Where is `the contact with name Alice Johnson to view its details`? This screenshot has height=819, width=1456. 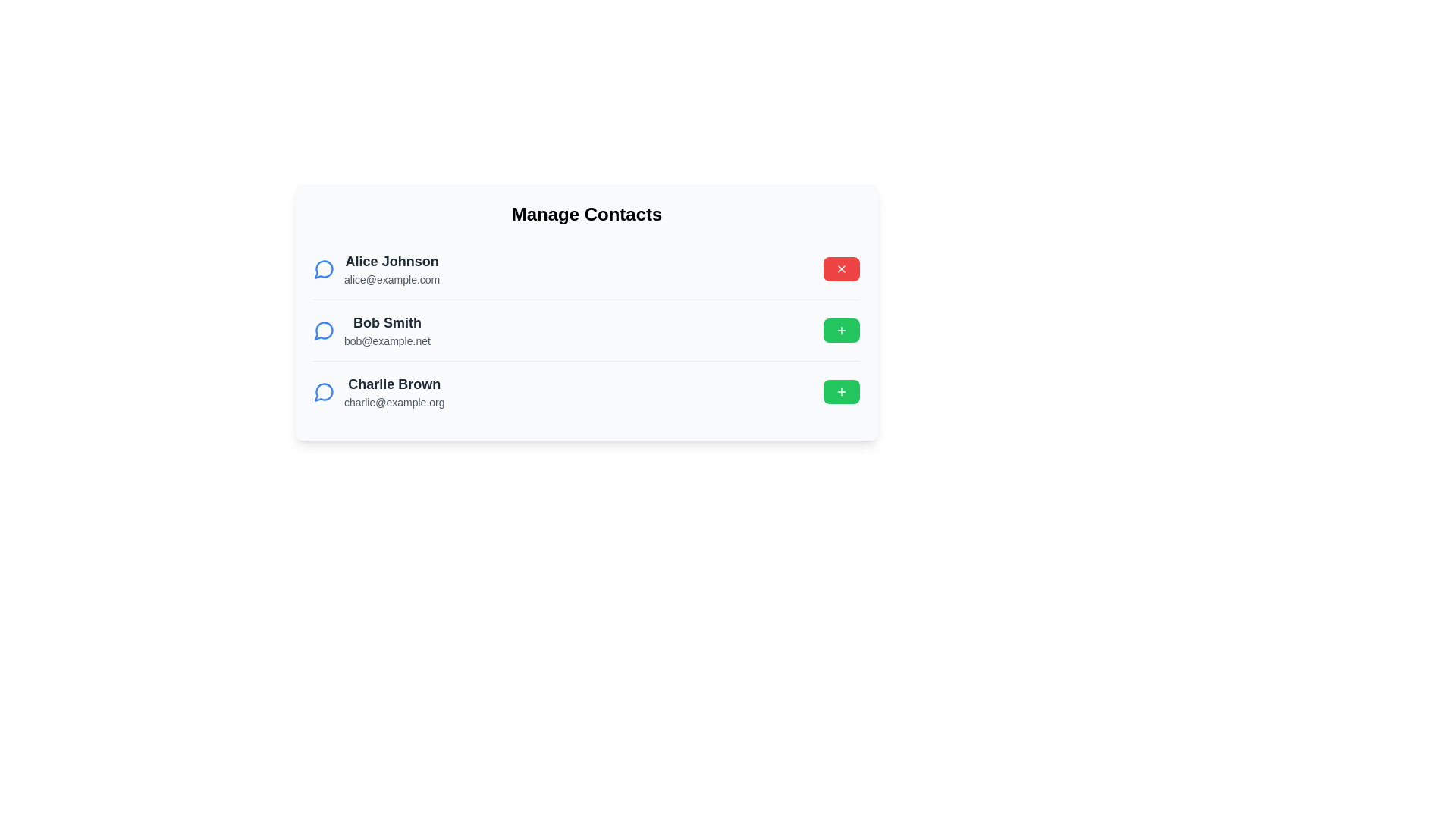
the contact with name Alice Johnson to view its details is located at coordinates (377, 268).